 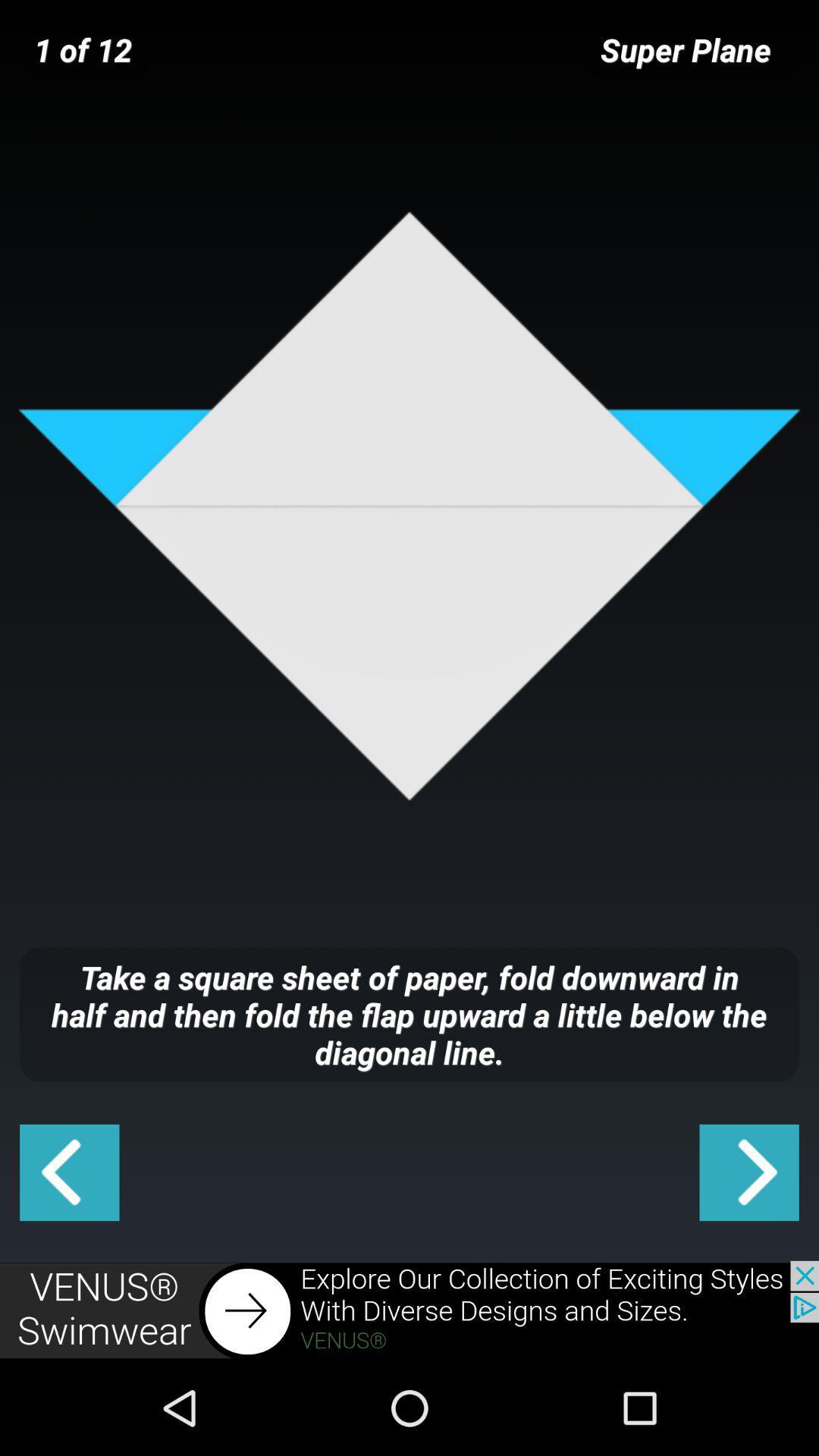 What do you see at coordinates (69, 1172) in the screenshot?
I see `go back` at bounding box center [69, 1172].